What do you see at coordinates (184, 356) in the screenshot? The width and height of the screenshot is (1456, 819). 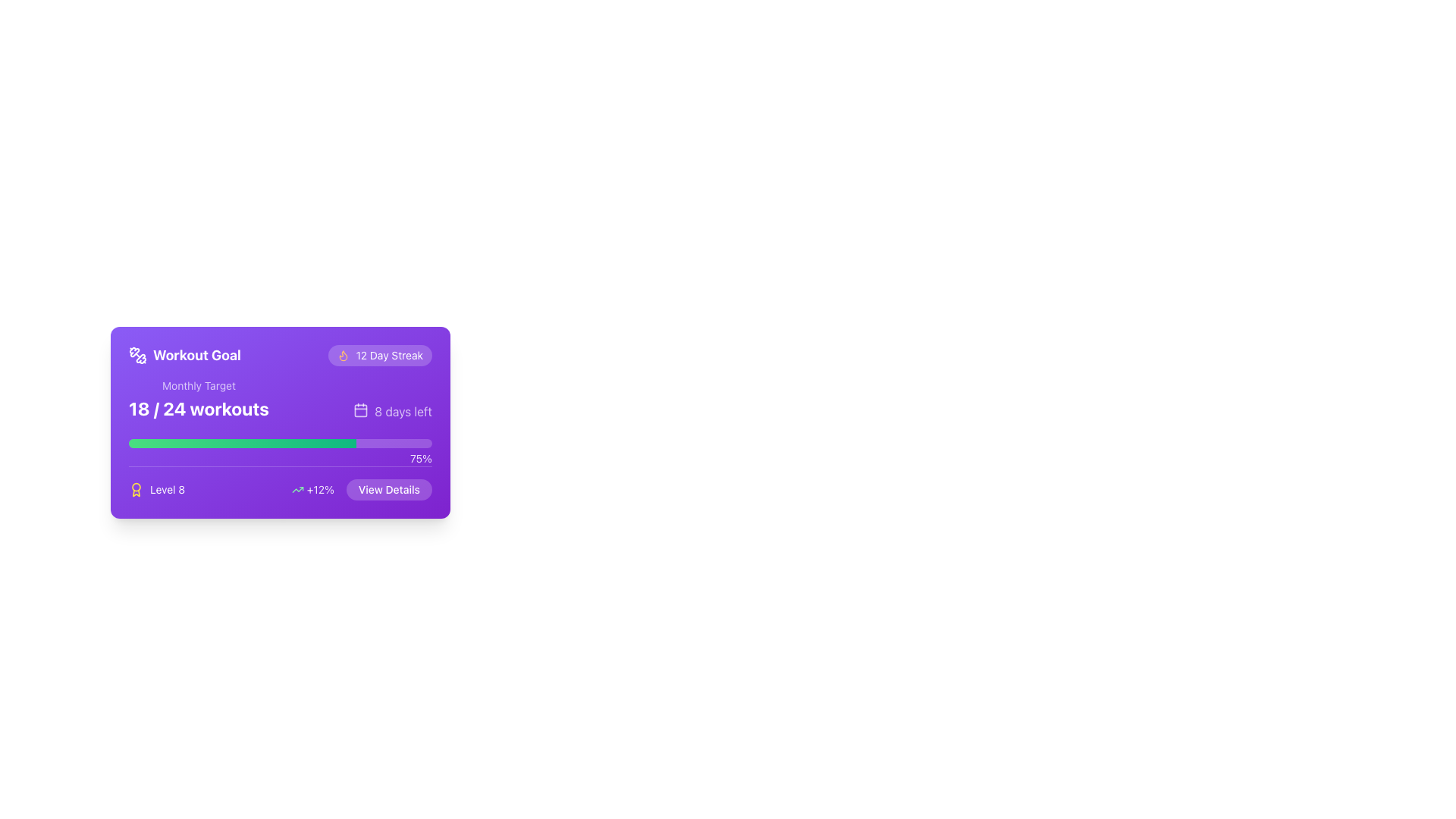 I see `the 'Workout Goal' text element with a dumbbell icon for accessibility` at bounding box center [184, 356].